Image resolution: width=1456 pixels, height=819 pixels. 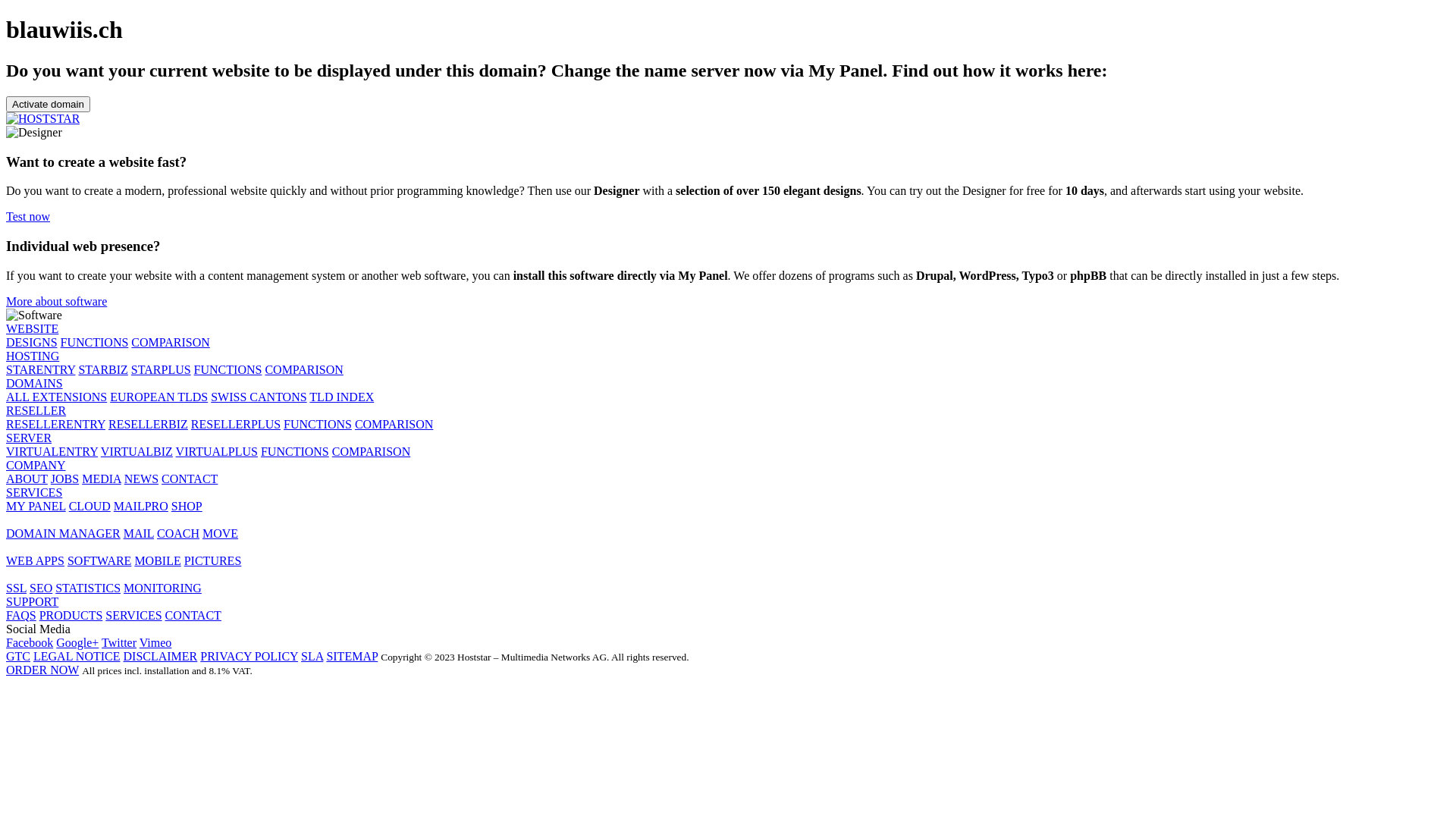 I want to click on 'RESELLER', so click(x=36, y=410).